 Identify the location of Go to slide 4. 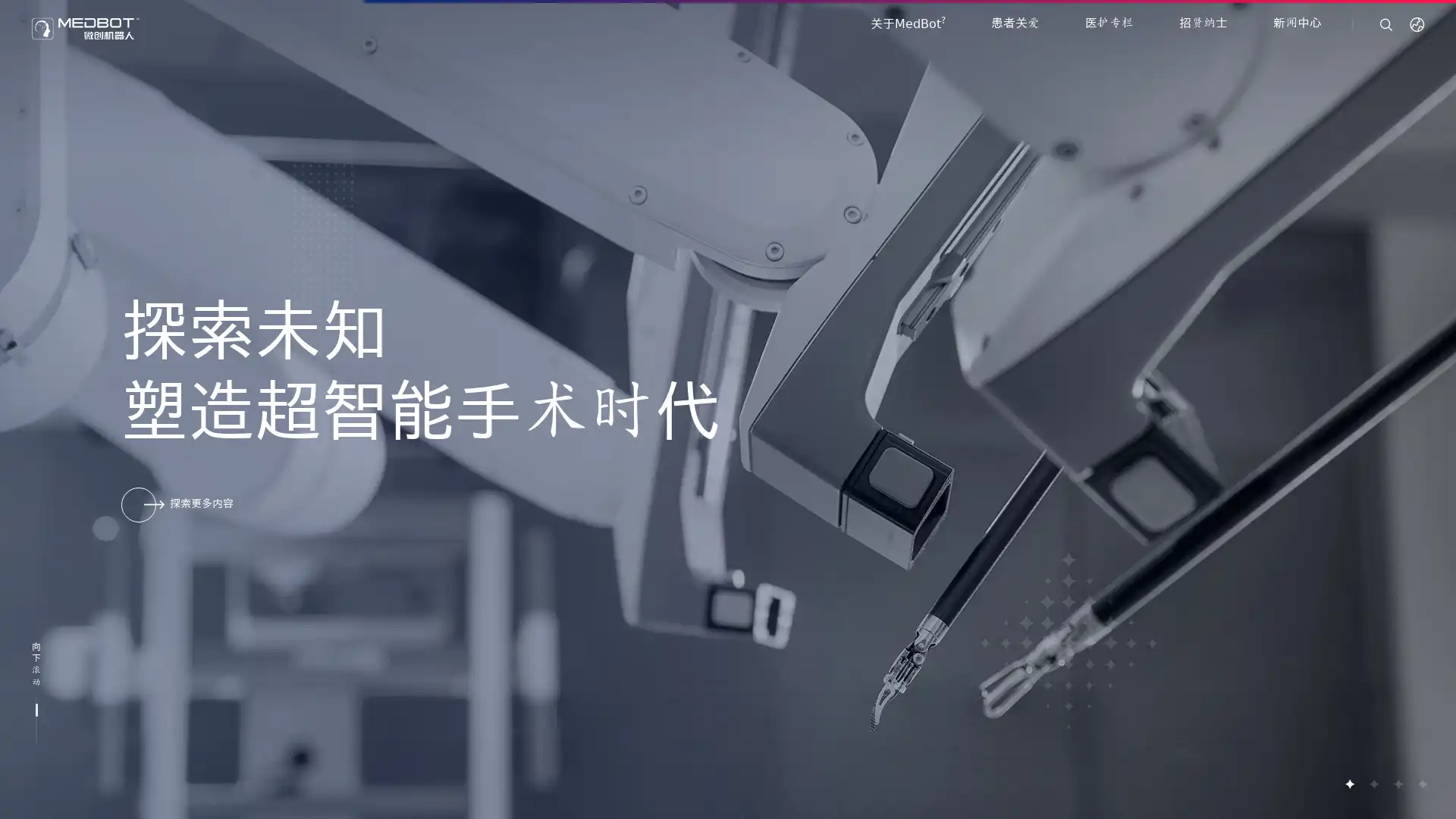
(1421, 783).